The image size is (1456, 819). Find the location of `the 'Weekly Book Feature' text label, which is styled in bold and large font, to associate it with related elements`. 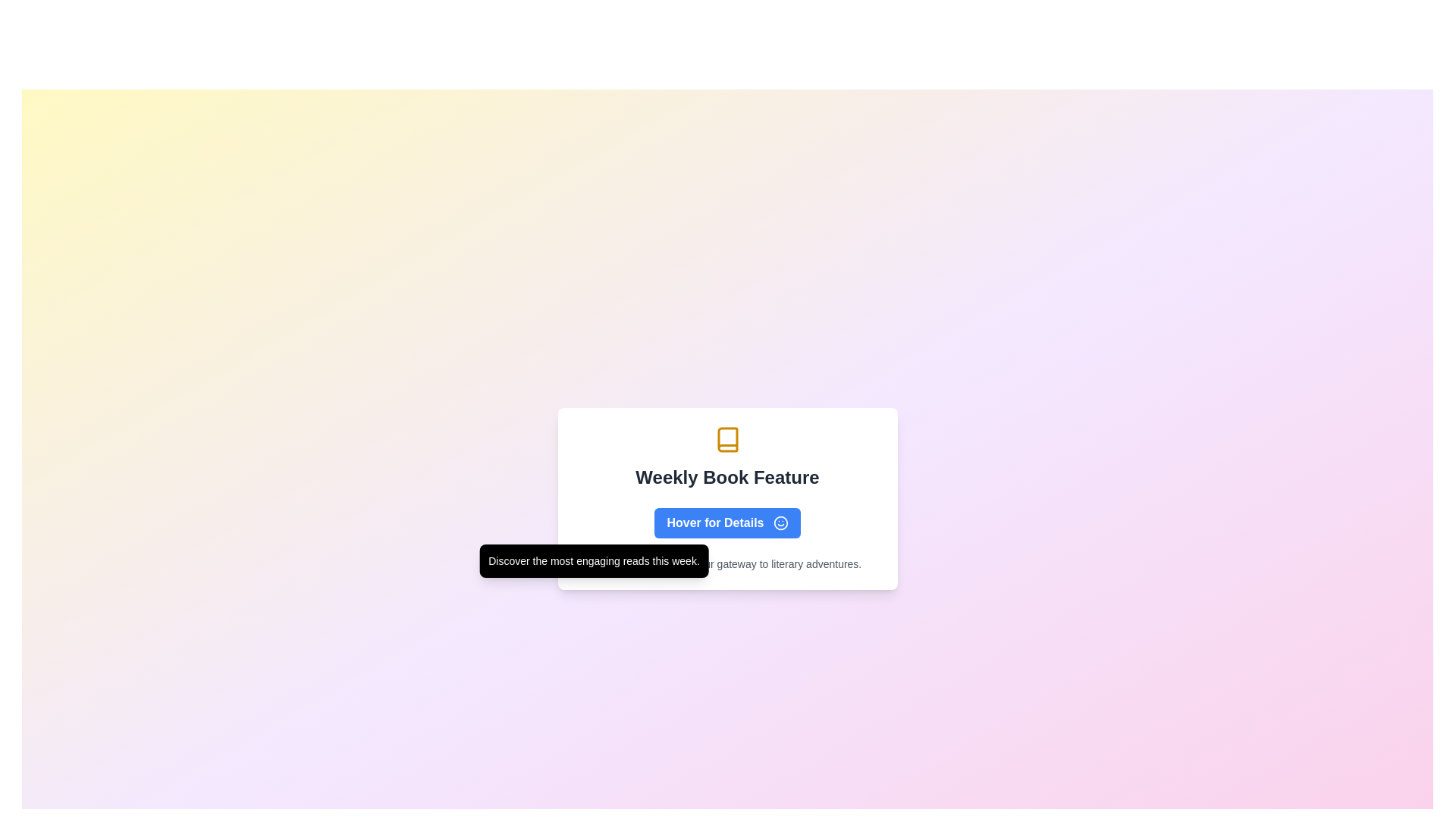

the 'Weekly Book Feature' text label, which is styled in bold and large font, to associate it with related elements is located at coordinates (726, 476).